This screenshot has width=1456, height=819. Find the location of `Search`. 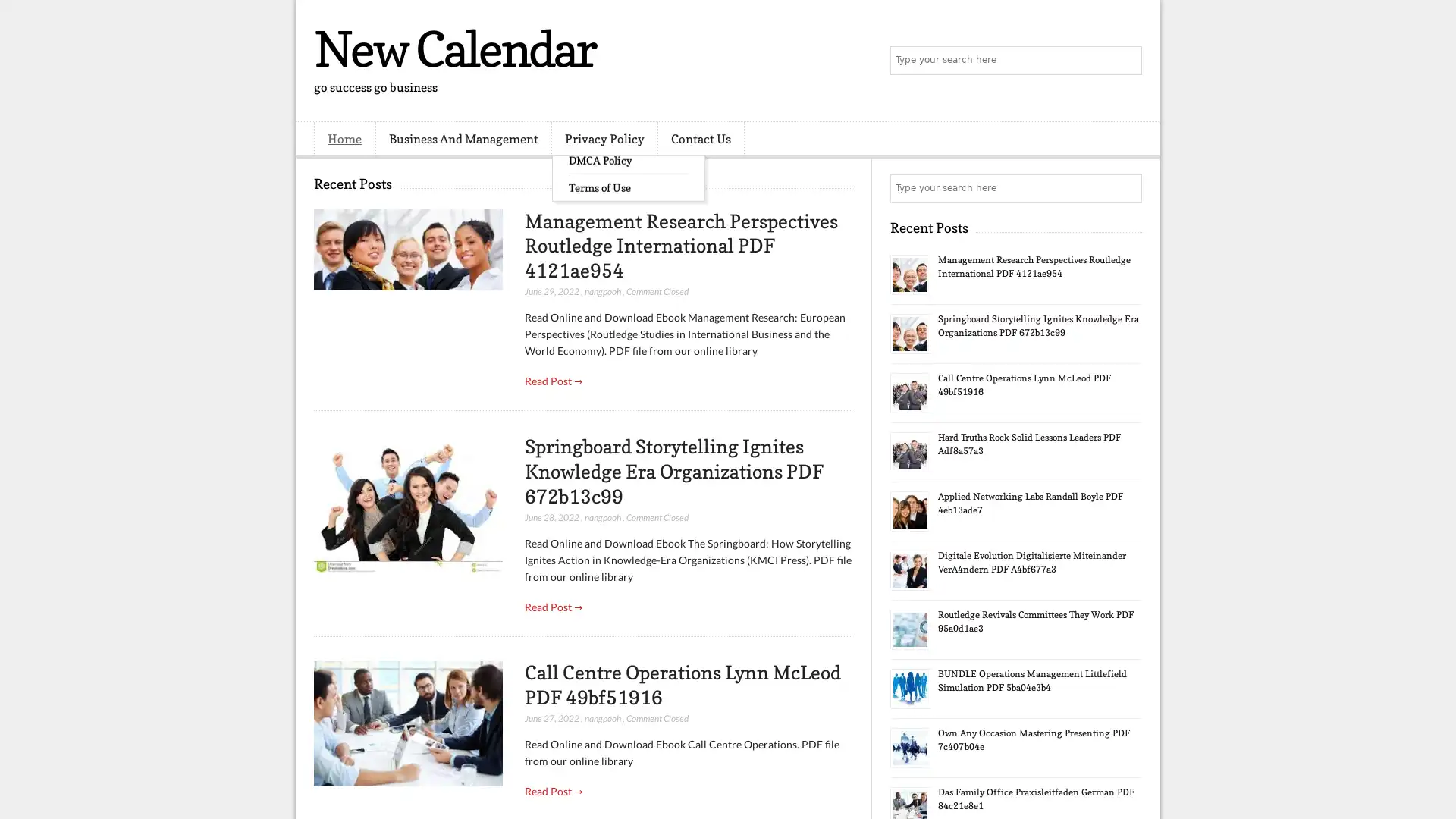

Search is located at coordinates (1126, 188).